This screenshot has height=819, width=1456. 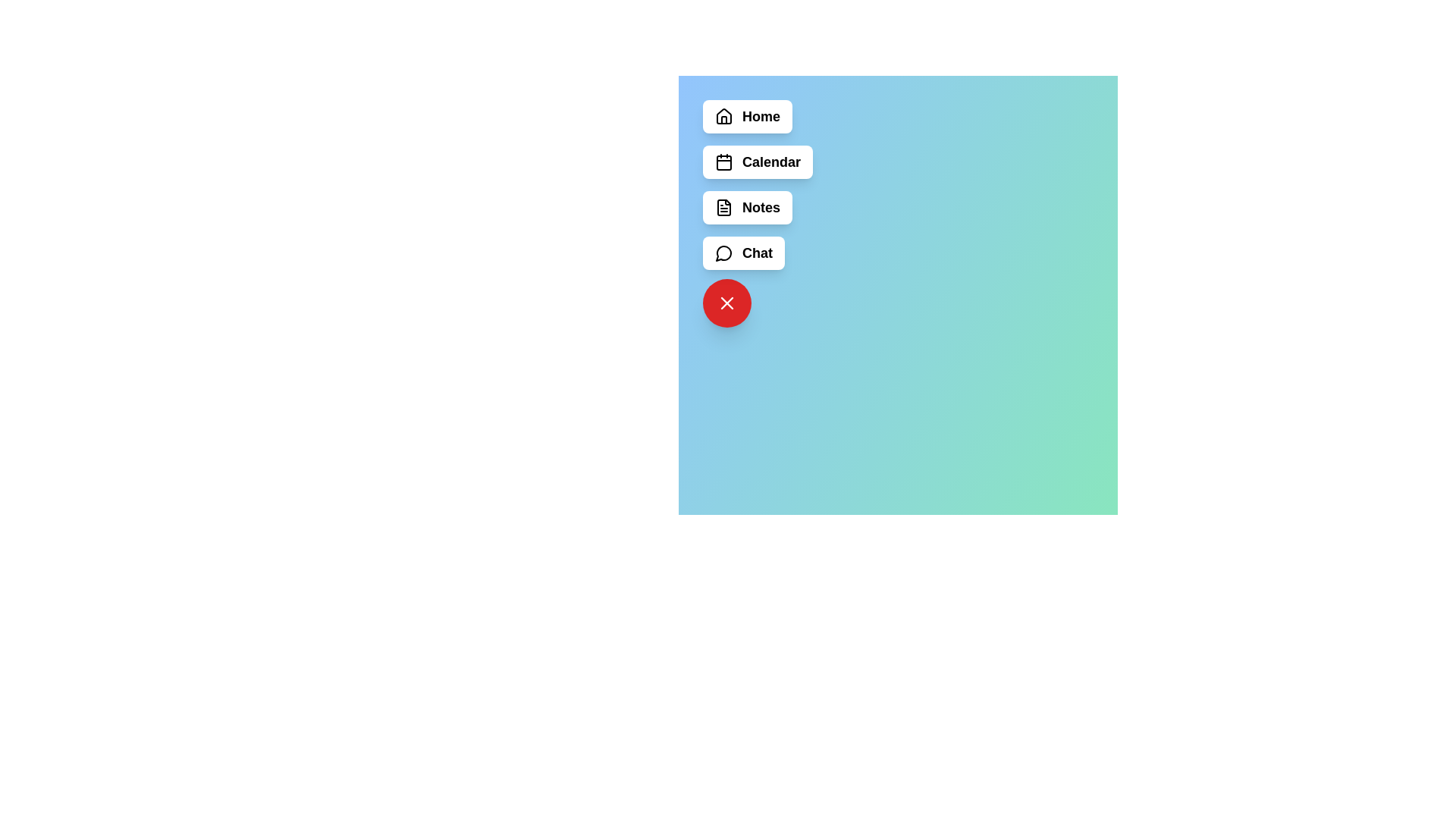 I want to click on the menu button labeled Chat to observe its hover effect, so click(x=743, y=253).